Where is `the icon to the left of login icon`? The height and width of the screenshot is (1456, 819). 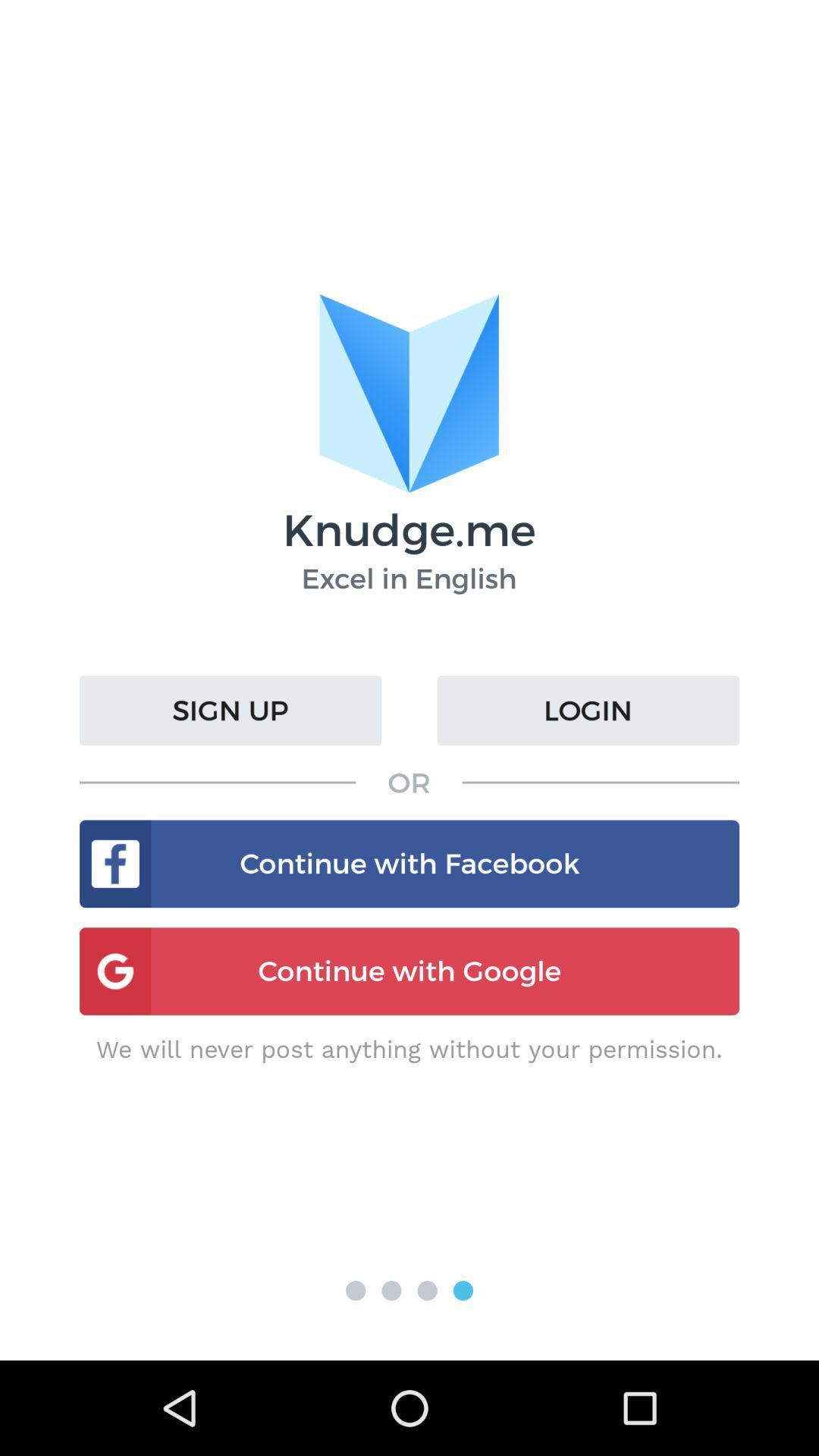
the icon to the left of login icon is located at coordinates (231, 710).